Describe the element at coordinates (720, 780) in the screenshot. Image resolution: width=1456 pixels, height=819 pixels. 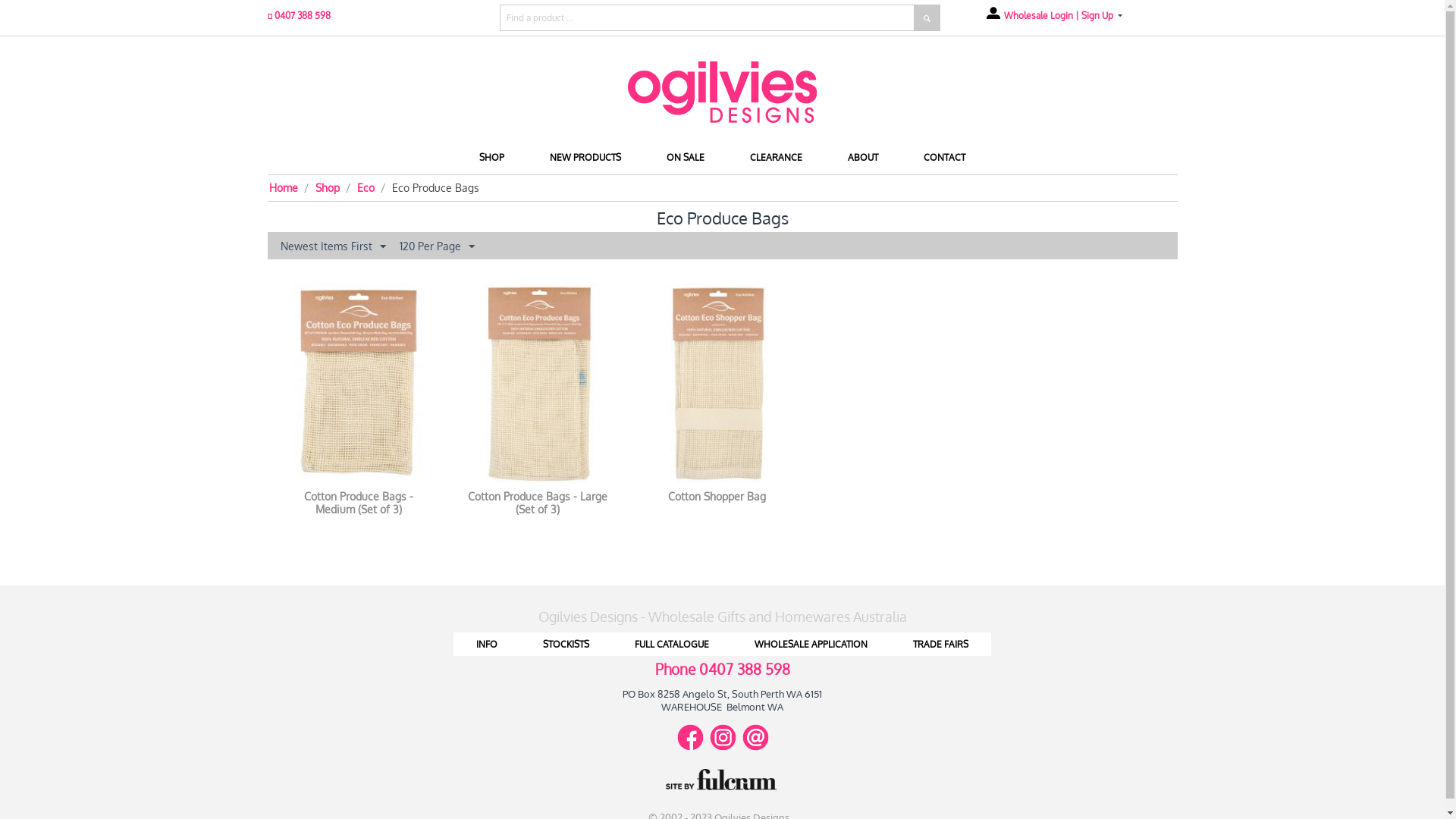
I see `'Site by Fulcrum'` at that location.